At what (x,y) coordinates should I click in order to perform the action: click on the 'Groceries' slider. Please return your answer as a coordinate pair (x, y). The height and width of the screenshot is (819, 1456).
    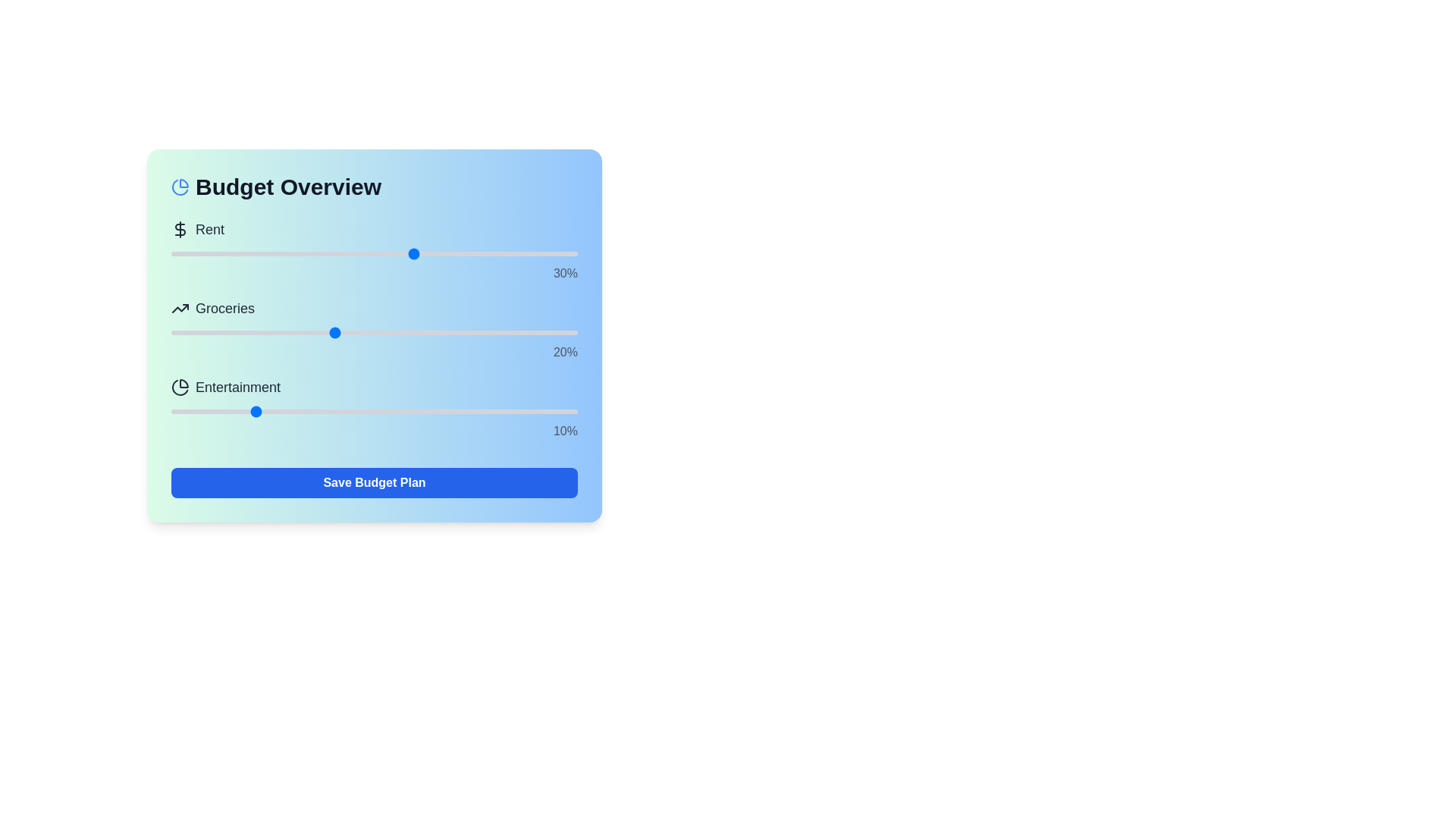
    Looking at the image, I should click on (333, 332).